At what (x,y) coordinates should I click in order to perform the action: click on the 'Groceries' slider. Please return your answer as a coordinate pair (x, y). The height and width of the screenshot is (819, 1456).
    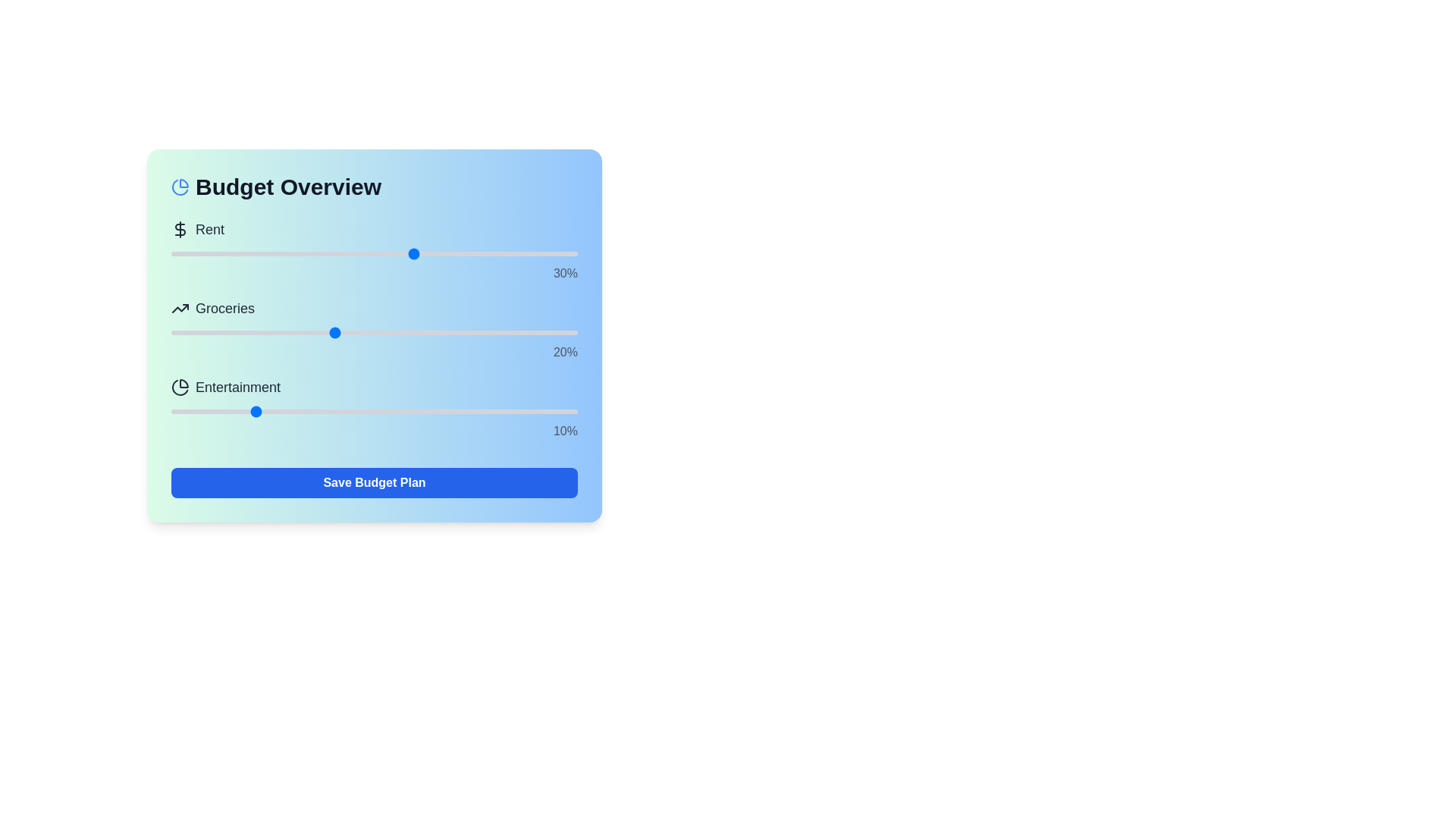
    Looking at the image, I should click on (333, 332).